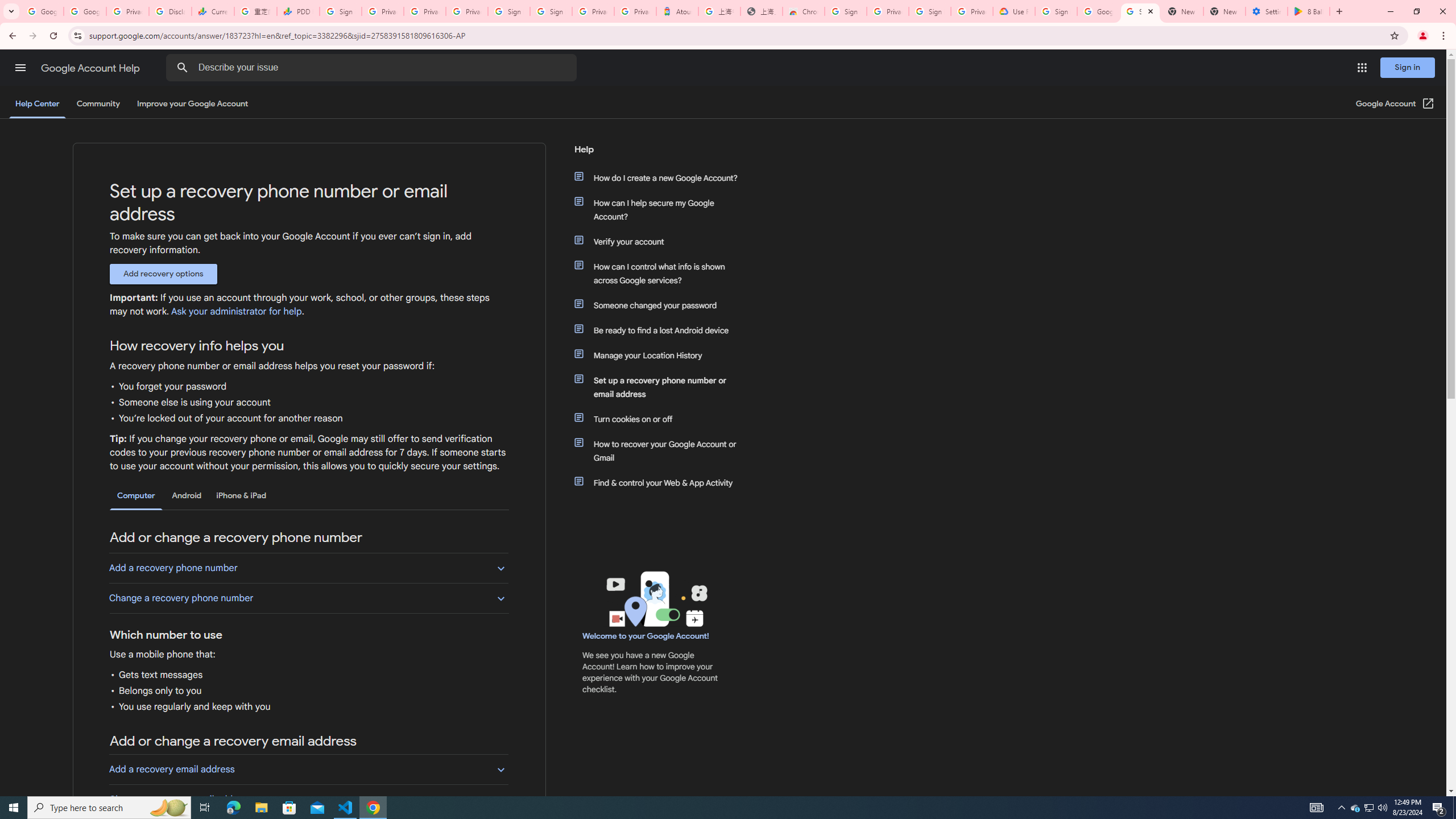  What do you see at coordinates (661, 272) in the screenshot?
I see `'How can I control what info is shown across Google services?'` at bounding box center [661, 272].